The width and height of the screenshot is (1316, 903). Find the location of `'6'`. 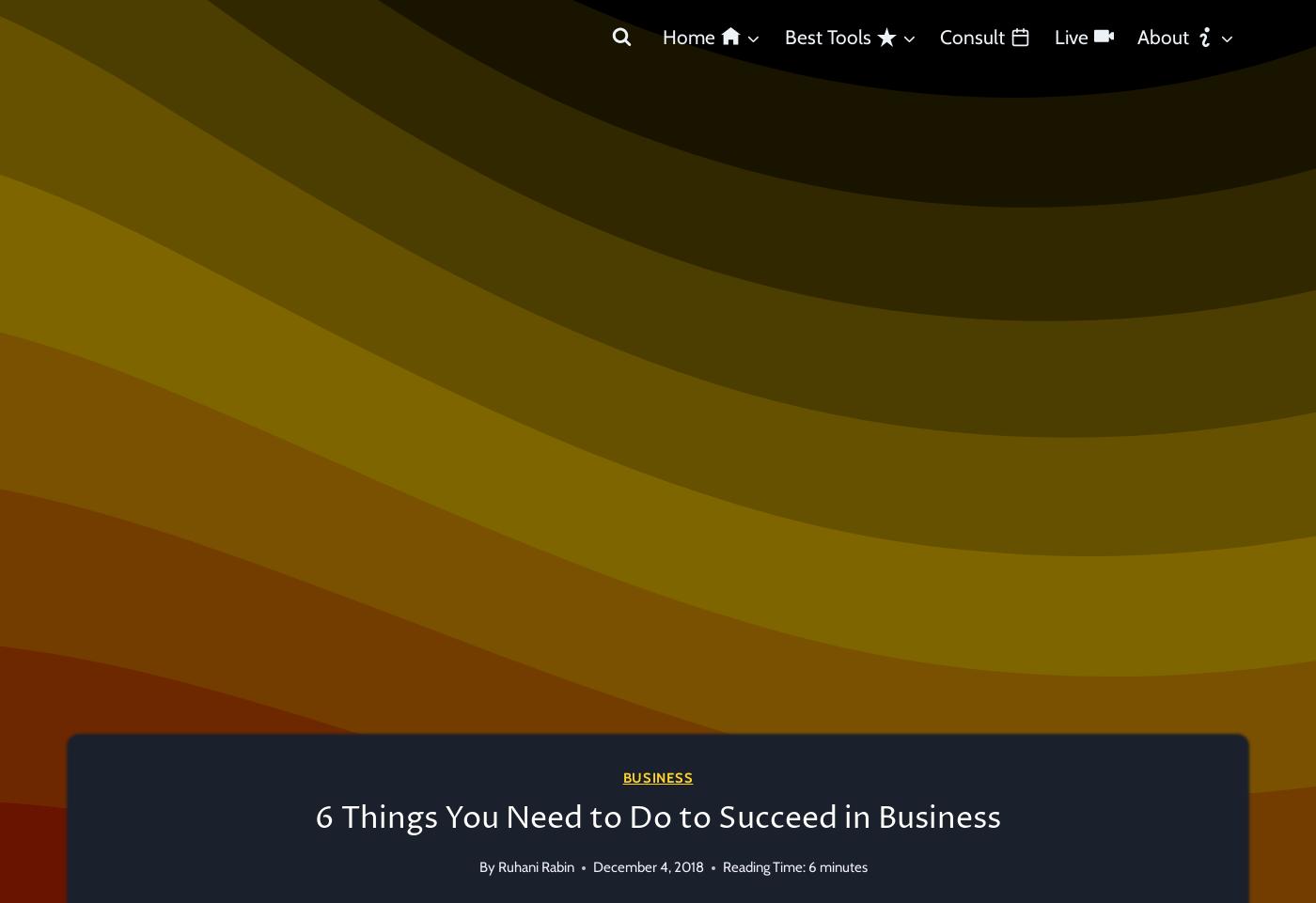

'6' is located at coordinates (812, 867).